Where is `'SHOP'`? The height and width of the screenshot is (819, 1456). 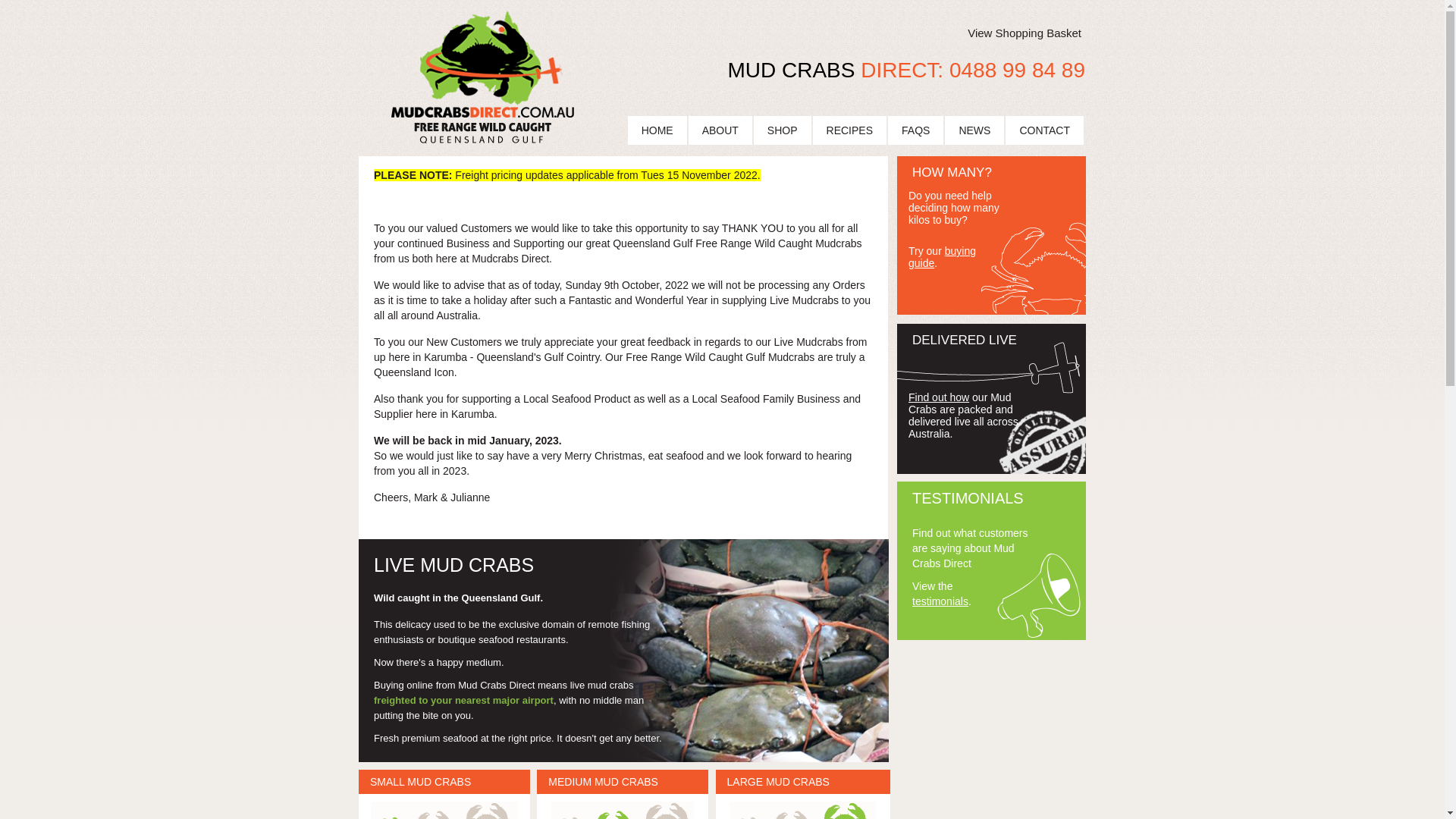 'SHOP' is located at coordinates (783, 130).